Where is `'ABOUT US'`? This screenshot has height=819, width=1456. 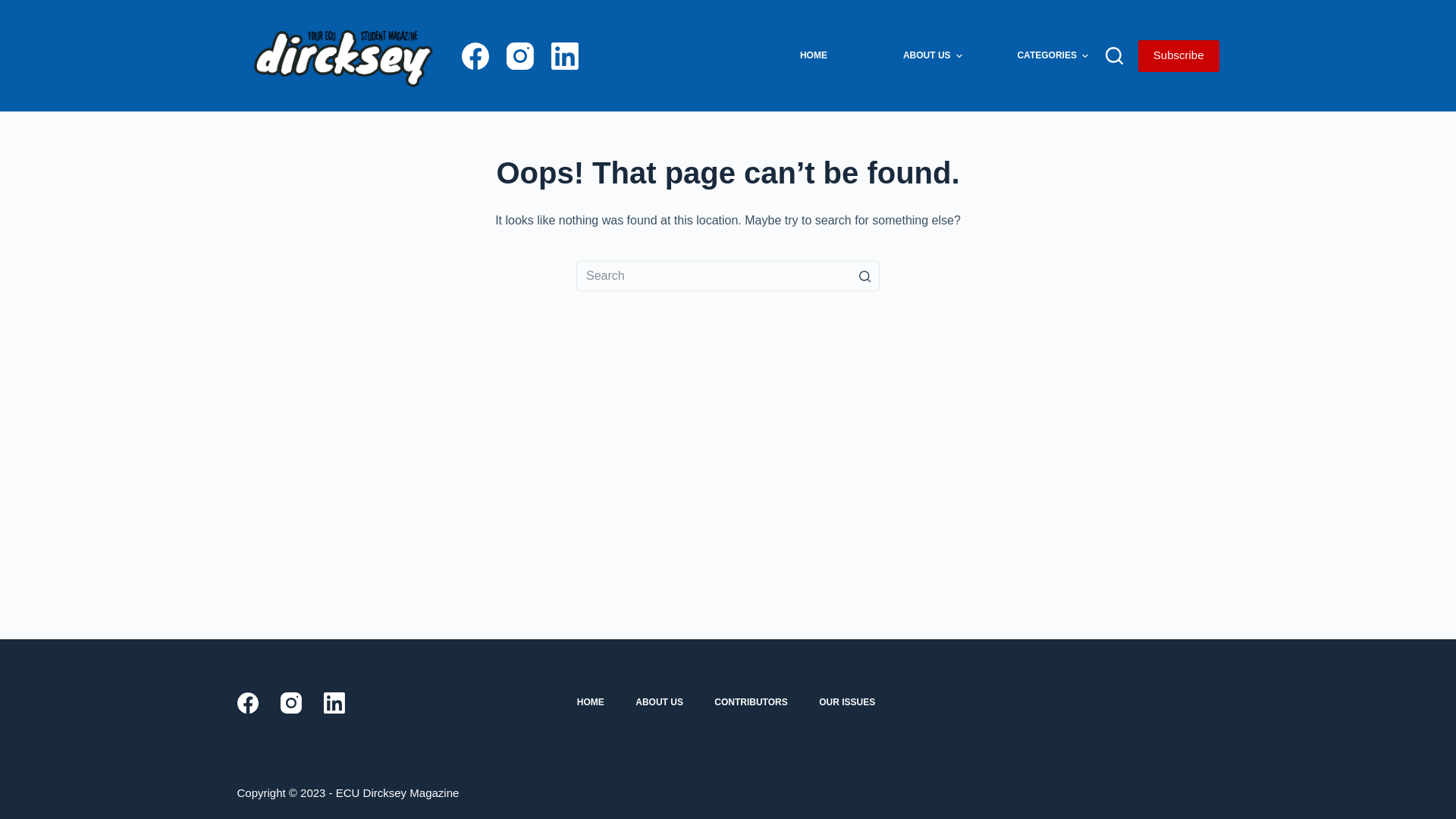
'ABOUT US' is located at coordinates (659, 702).